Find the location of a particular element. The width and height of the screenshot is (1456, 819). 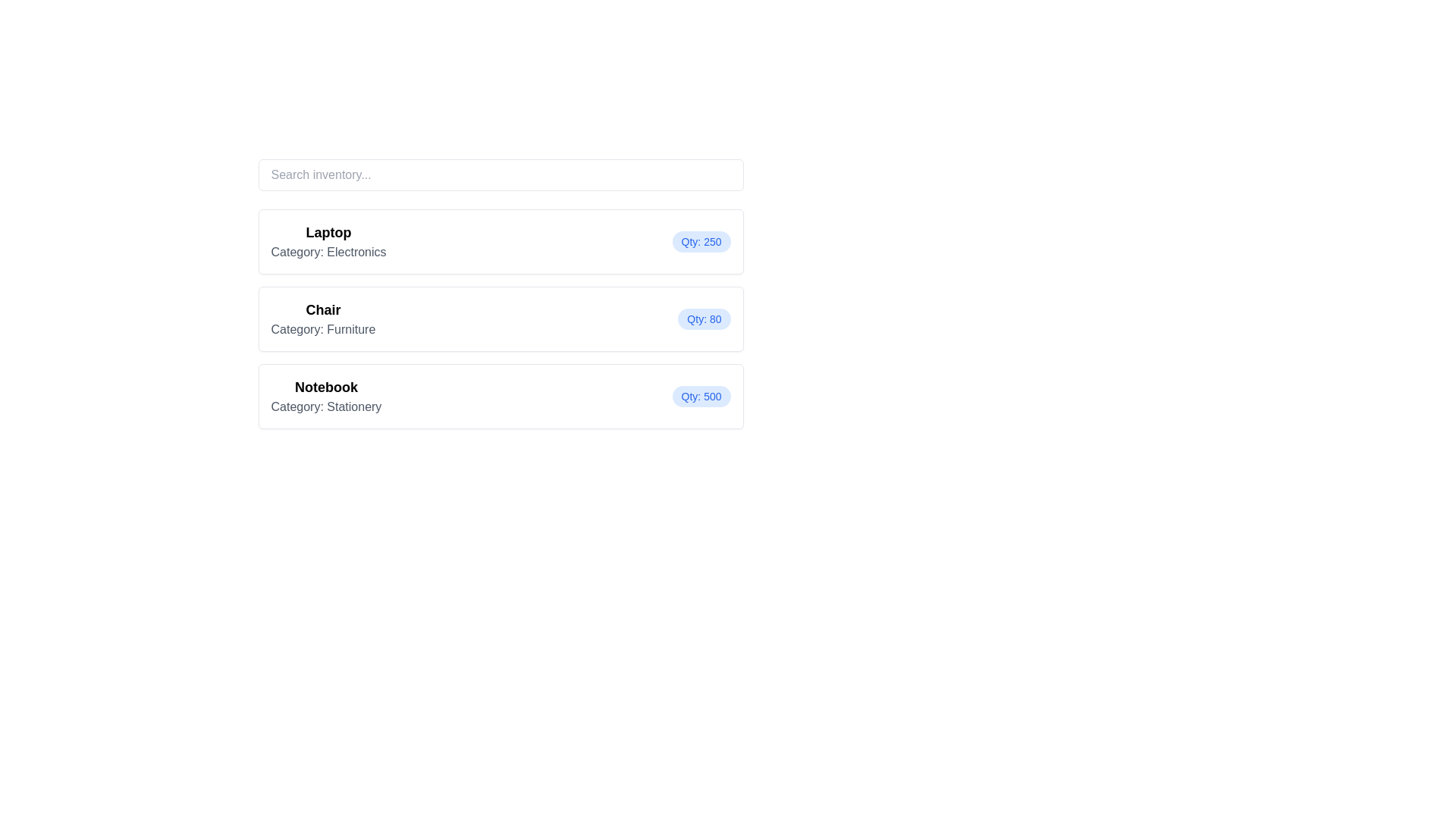

heading labeled 'Chair' which is displayed in bold and slightly larger font size, indicating it is a title above the subtitle 'Category: Furniture' is located at coordinates (322, 309).